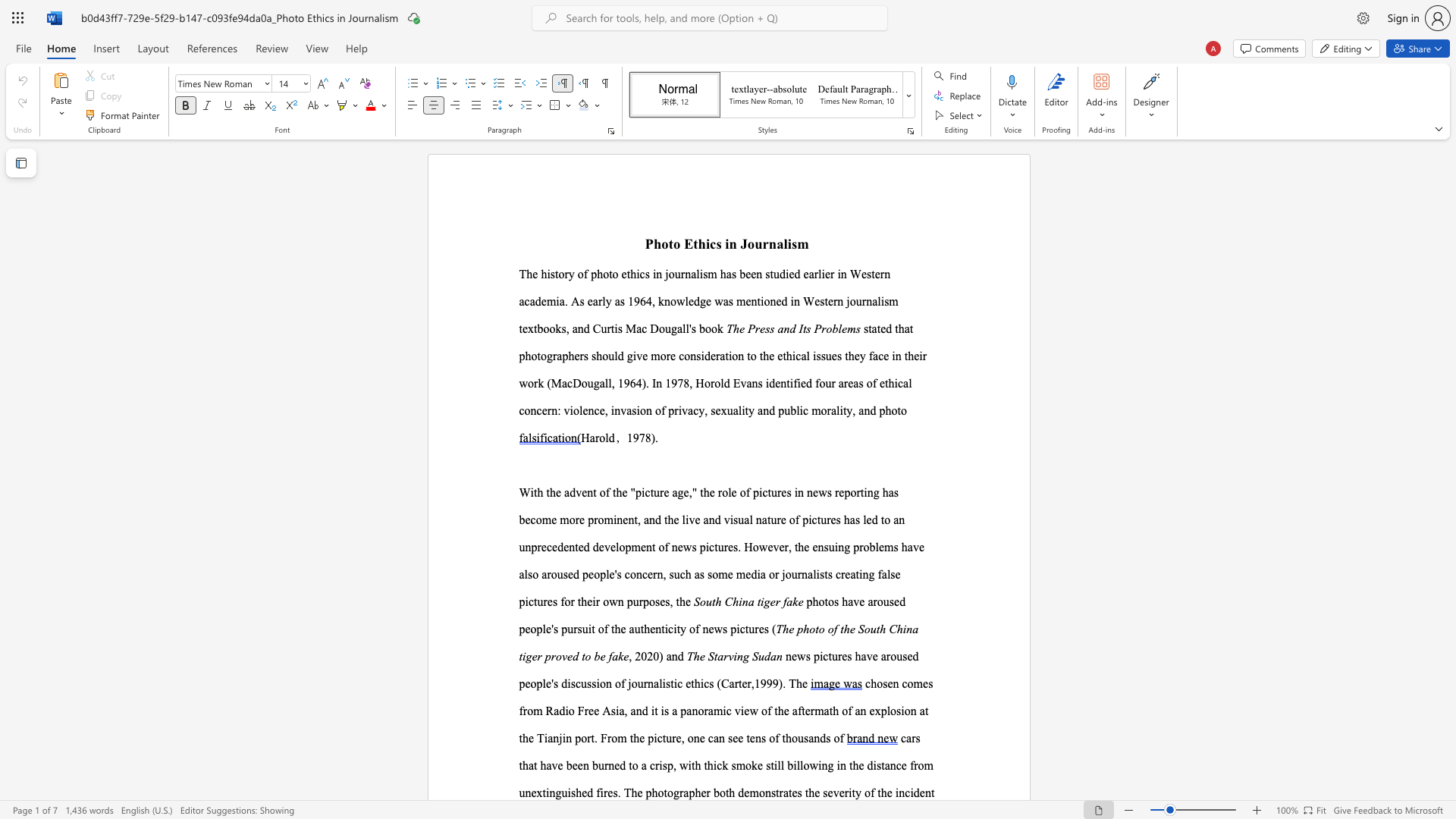 The image size is (1456, 819). What do you see at coordinates (796, 382) in the screenshot?
I see `the subset text "ie" within the text "identified"` at bounding box center [796, 382].